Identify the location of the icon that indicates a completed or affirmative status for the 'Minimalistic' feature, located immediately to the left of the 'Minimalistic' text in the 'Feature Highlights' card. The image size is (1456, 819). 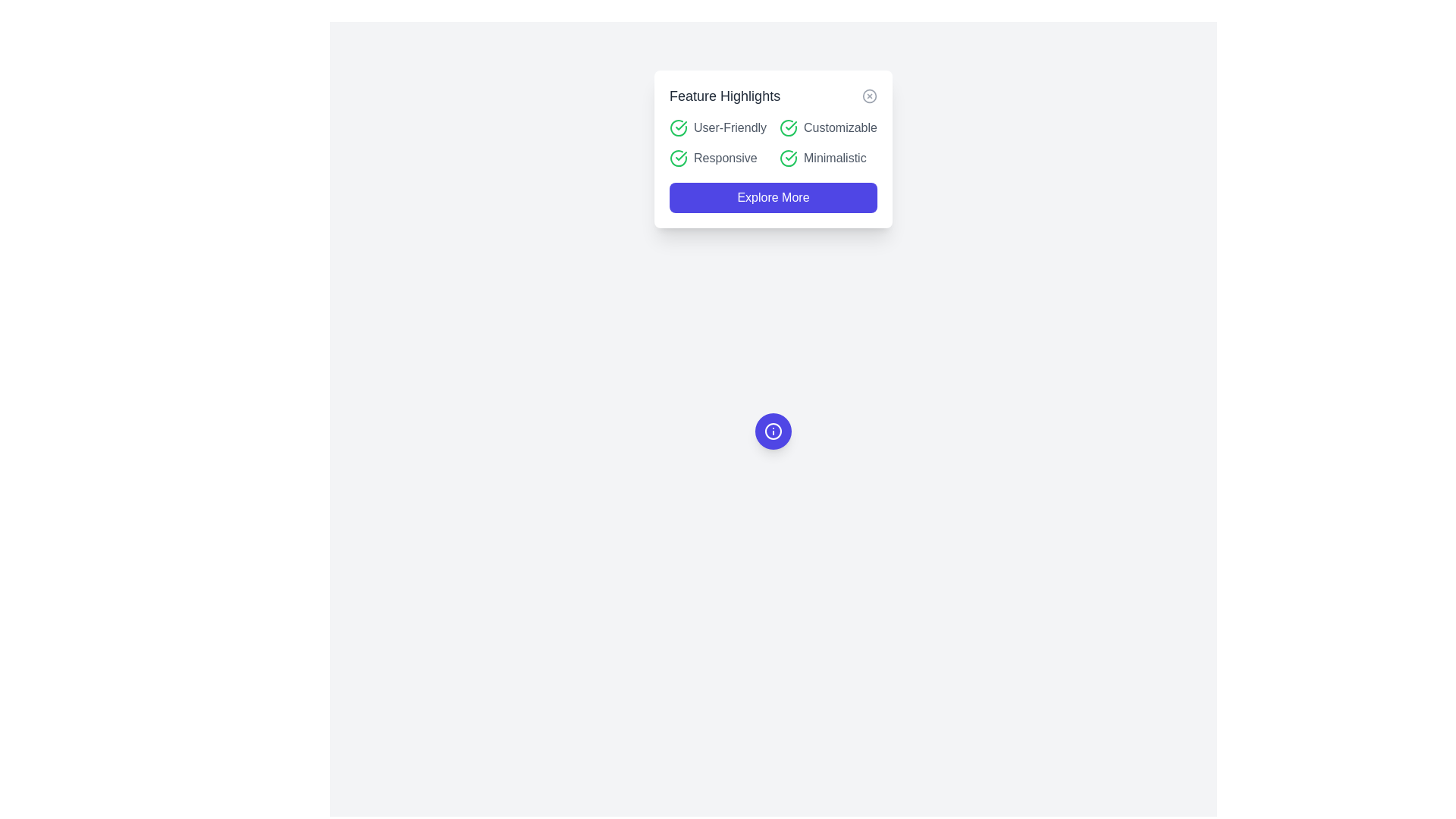
(789, 158).